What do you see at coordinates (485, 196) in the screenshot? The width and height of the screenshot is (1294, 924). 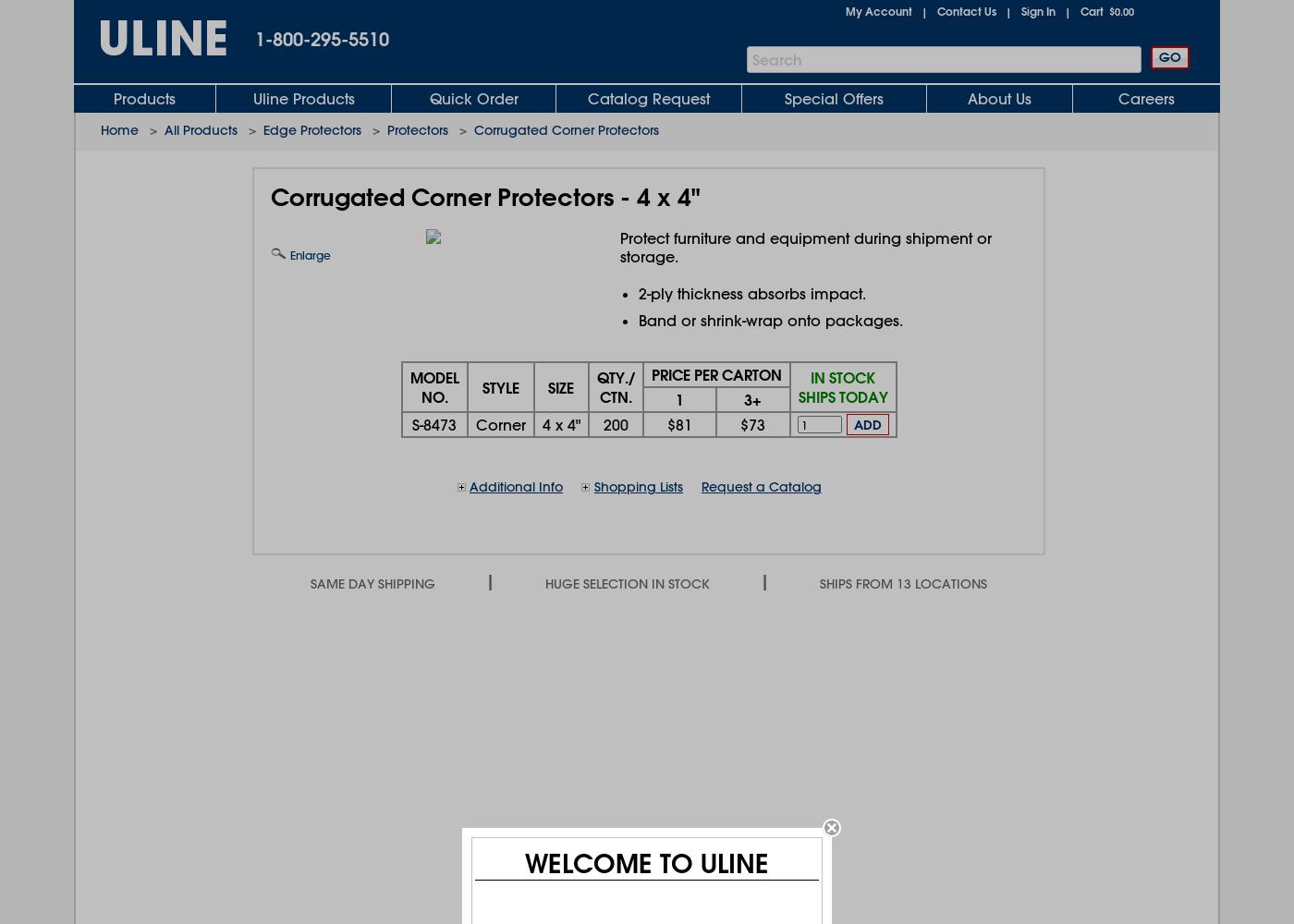 I see `'Corrugated Corner Protectors - 4 x 4"'` at bounding box center [485, 196].